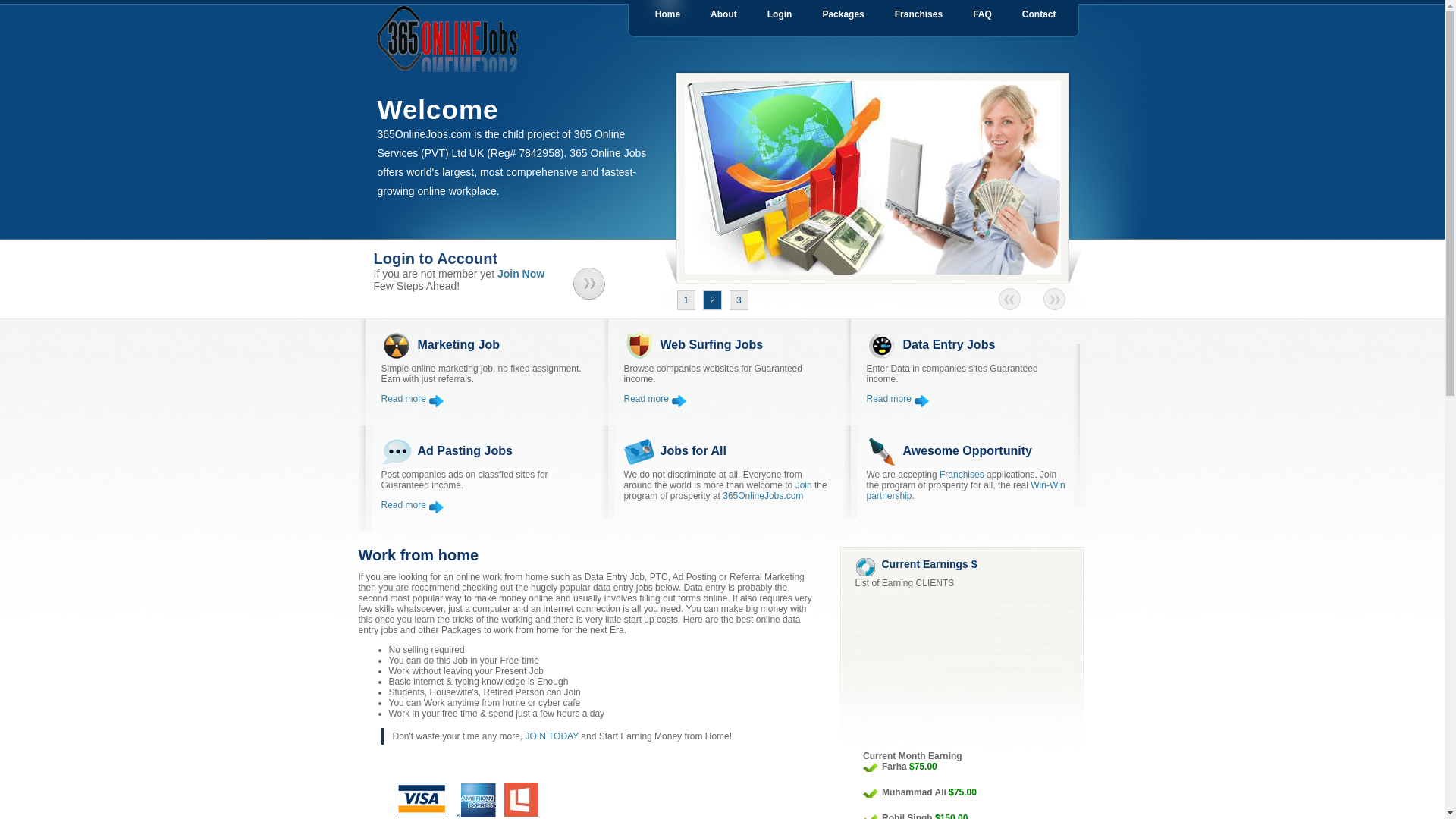 Image resolution: width=1456 pixels, height=819 pixels. What do you see at coordinates (795, 485) in the screenshot?
I see `'Join'` at bounding box center [795, 485].